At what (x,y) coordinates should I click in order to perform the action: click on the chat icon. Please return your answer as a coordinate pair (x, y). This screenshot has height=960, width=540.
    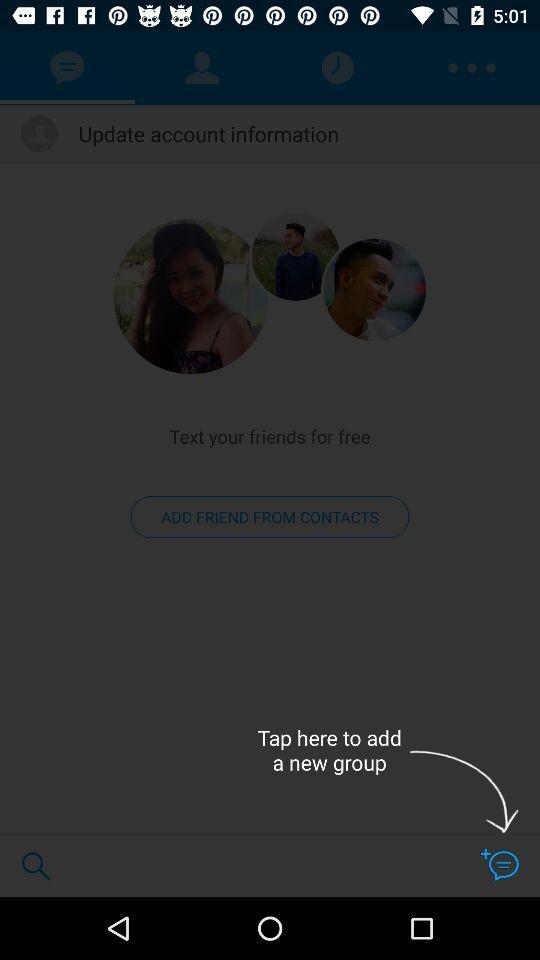
    Looking at the image, I should click on (498, 864).